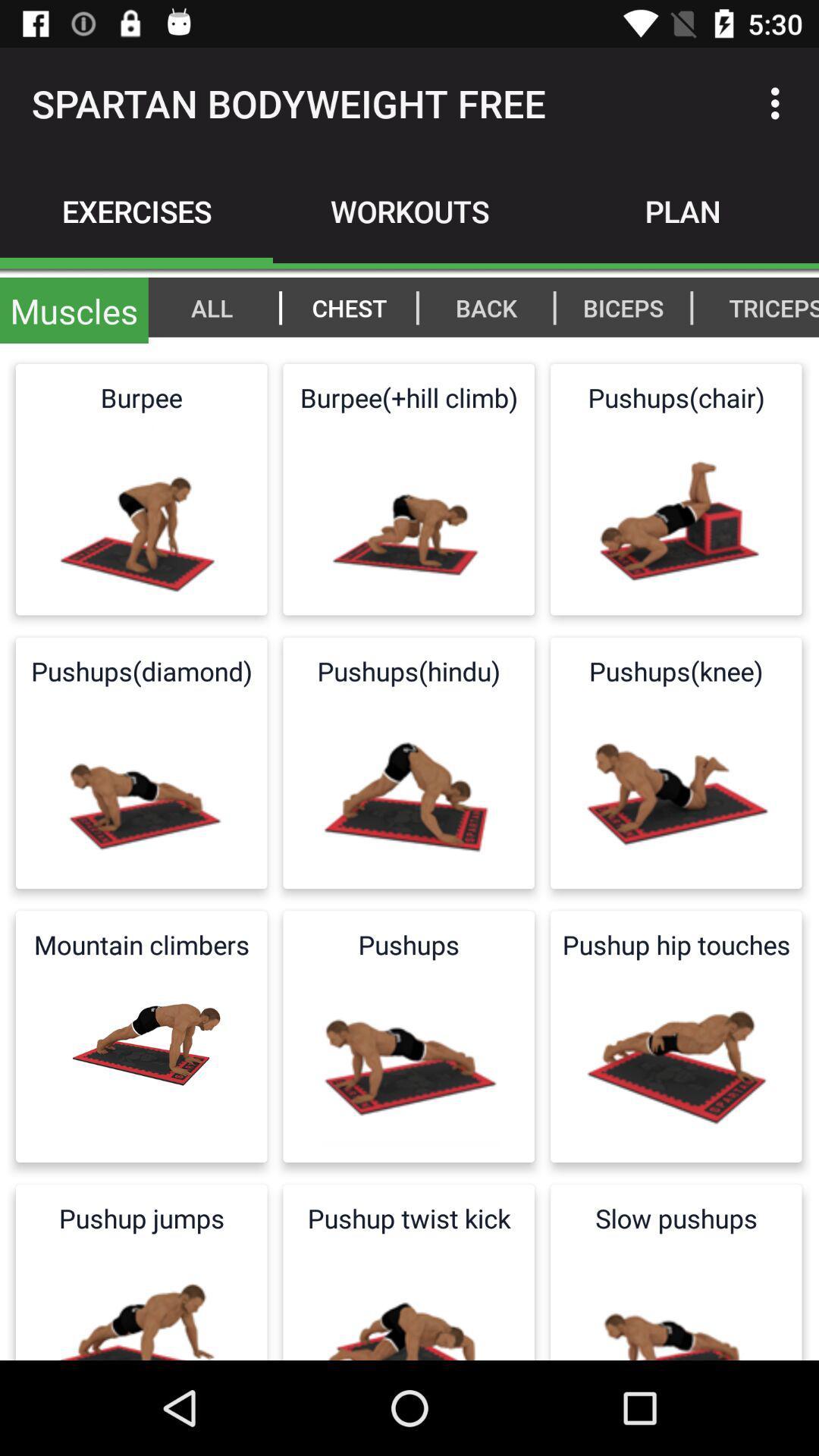  What do you see at coordinates (486, 306) in the screenshot?
I see `the back icon` at bounding box center [486, 306].